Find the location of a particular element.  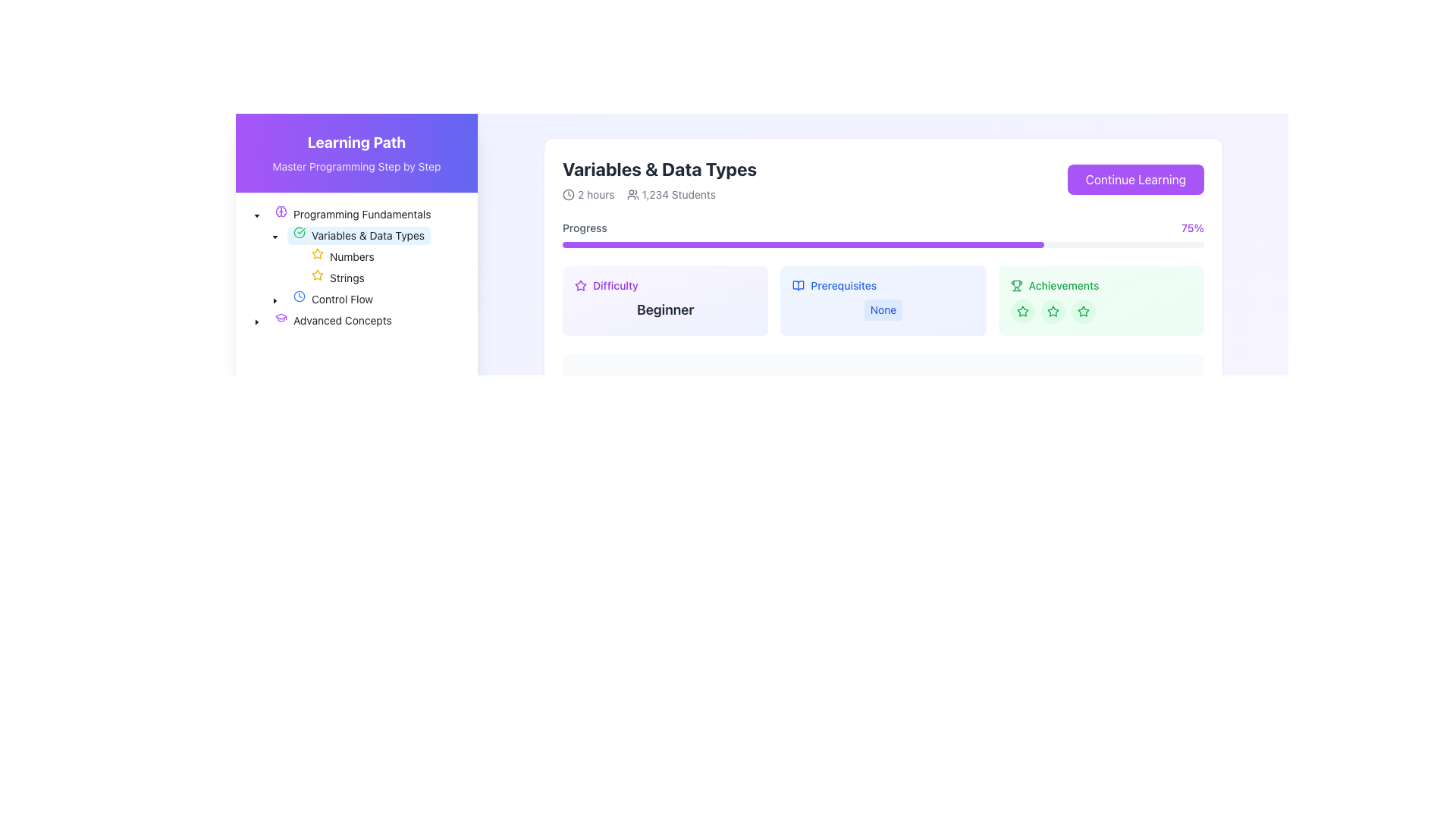

the yellow star icon located in the left navigation sidebar under the 'Variables & Data Types' category beside the label 'Strings' is located at coordinates (319, 278).